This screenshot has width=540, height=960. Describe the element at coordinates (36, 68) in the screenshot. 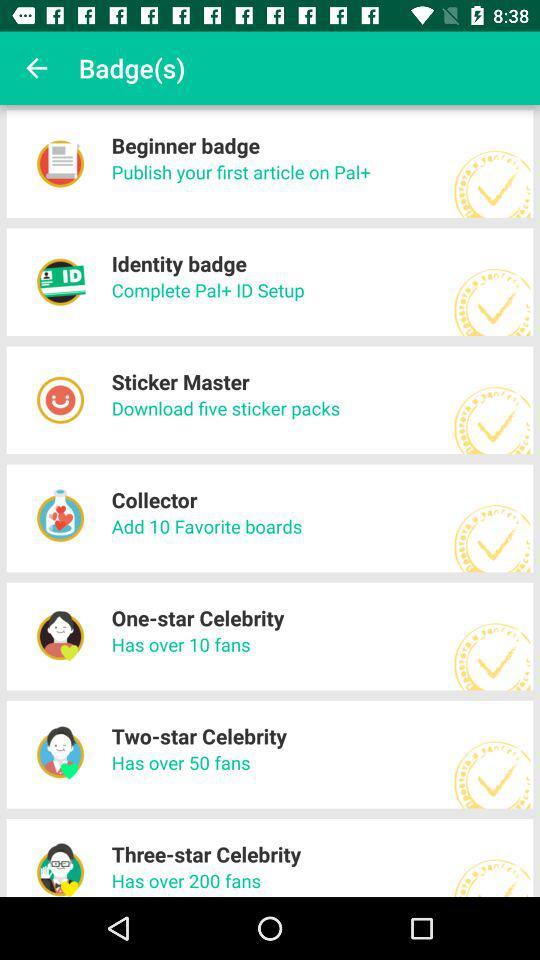

I see `the app next to badge(s) icon` at that location.